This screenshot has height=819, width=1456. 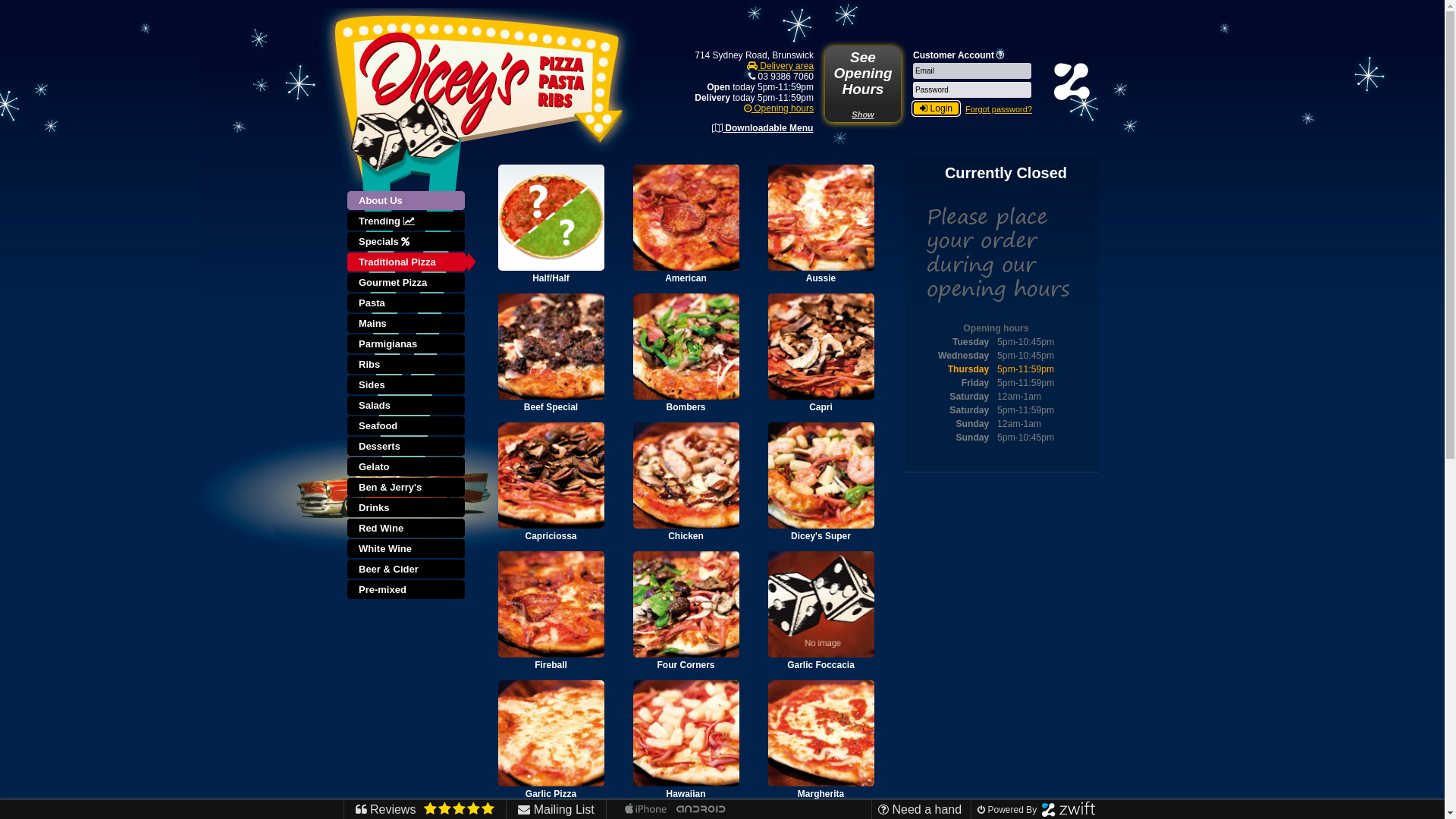 What do you see at coordinates (346, 323) in the screenshot?
I see `'Mains'` at bounding box center [346, 323].